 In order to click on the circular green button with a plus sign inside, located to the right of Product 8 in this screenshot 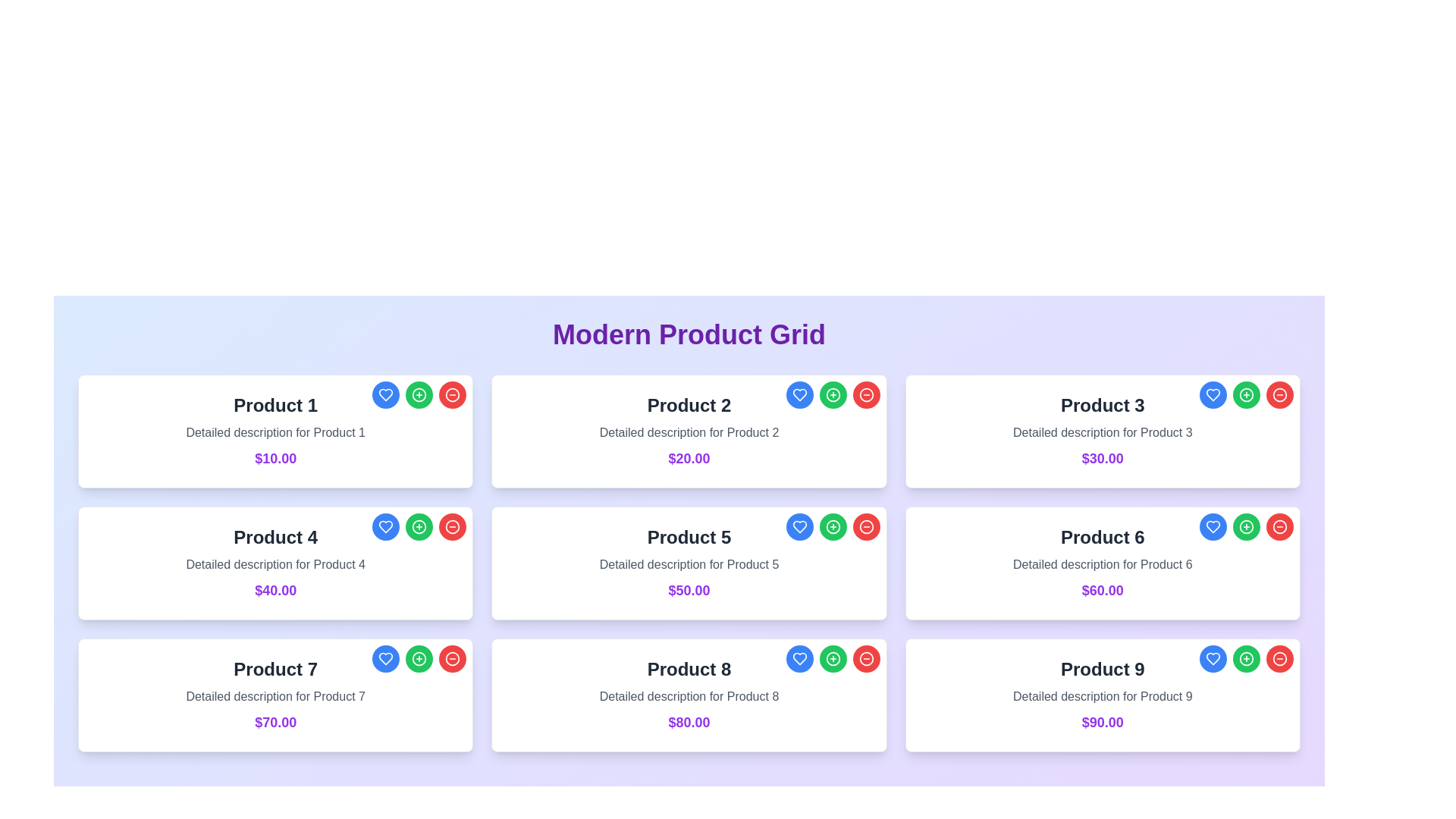, I will do `click(832, 657)`.